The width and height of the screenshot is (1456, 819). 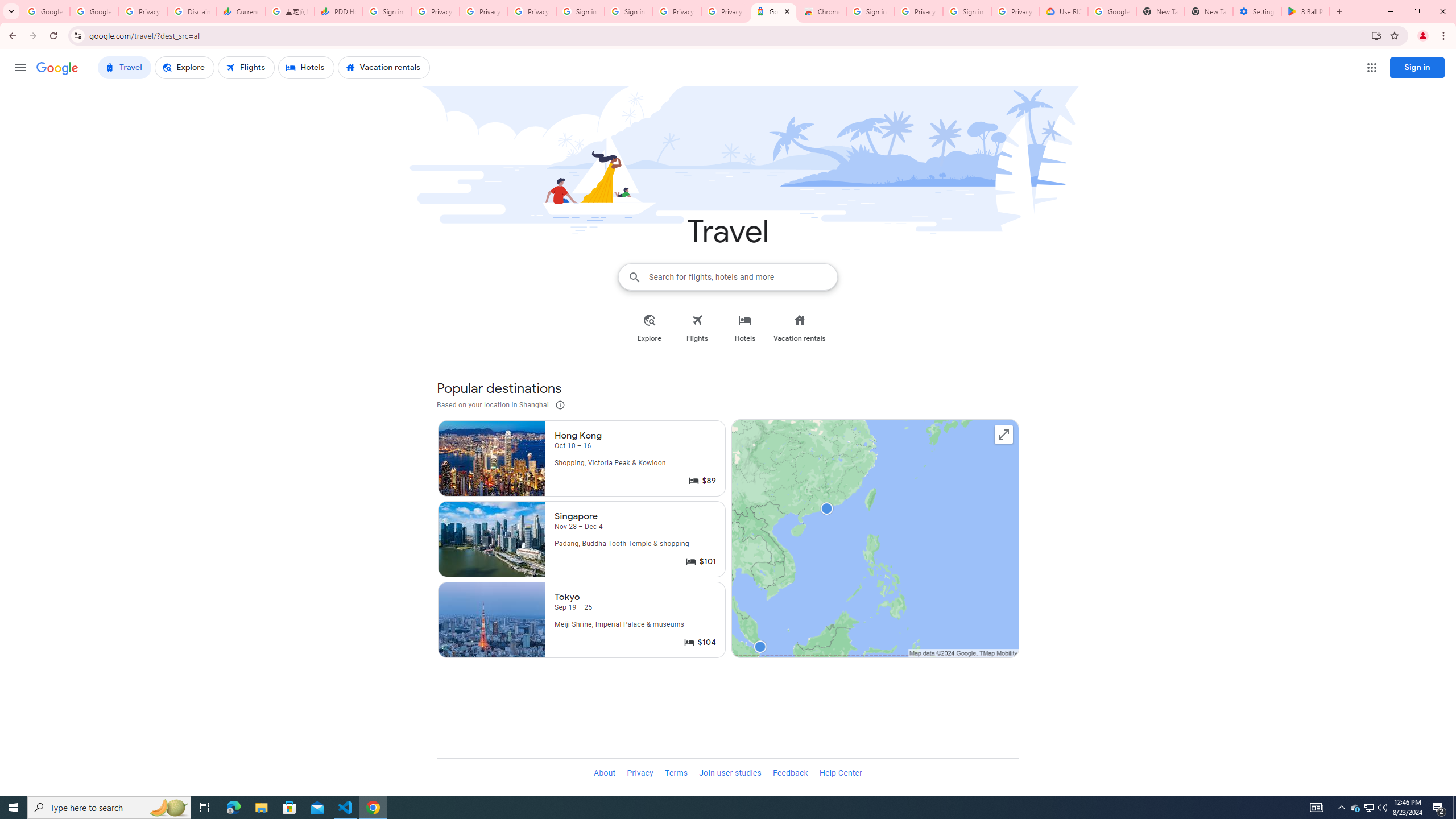 What do you see at coordinates (1305, 11) in the screenshot?
I see `'8 Ball Pool - Apps on Google Play'` at bounding box center [1305, 11].